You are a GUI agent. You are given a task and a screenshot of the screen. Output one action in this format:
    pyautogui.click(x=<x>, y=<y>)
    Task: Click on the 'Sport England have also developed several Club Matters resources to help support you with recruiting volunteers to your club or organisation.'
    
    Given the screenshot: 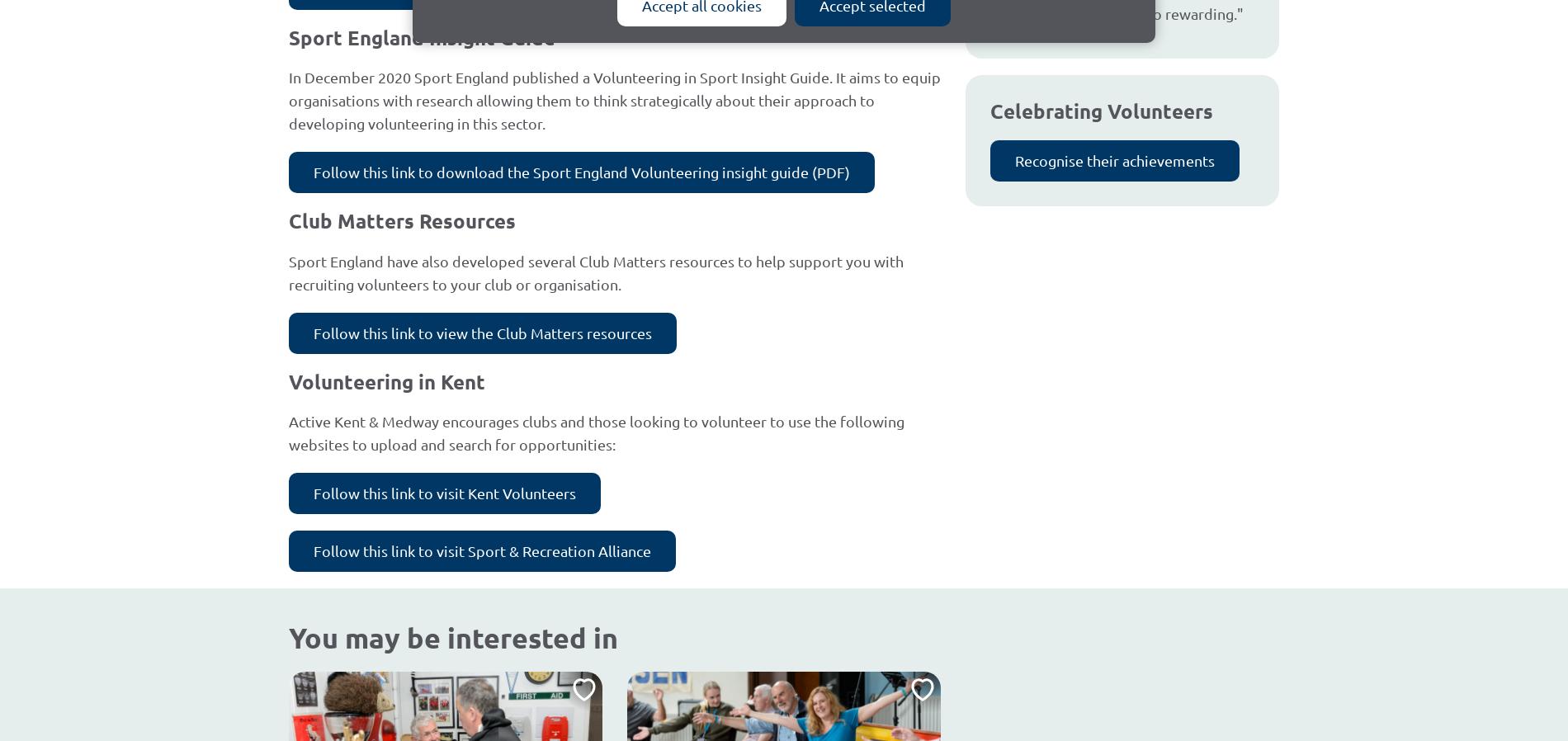 What is the action you would take?
    pyautogui.click(x=595, y=271)
    